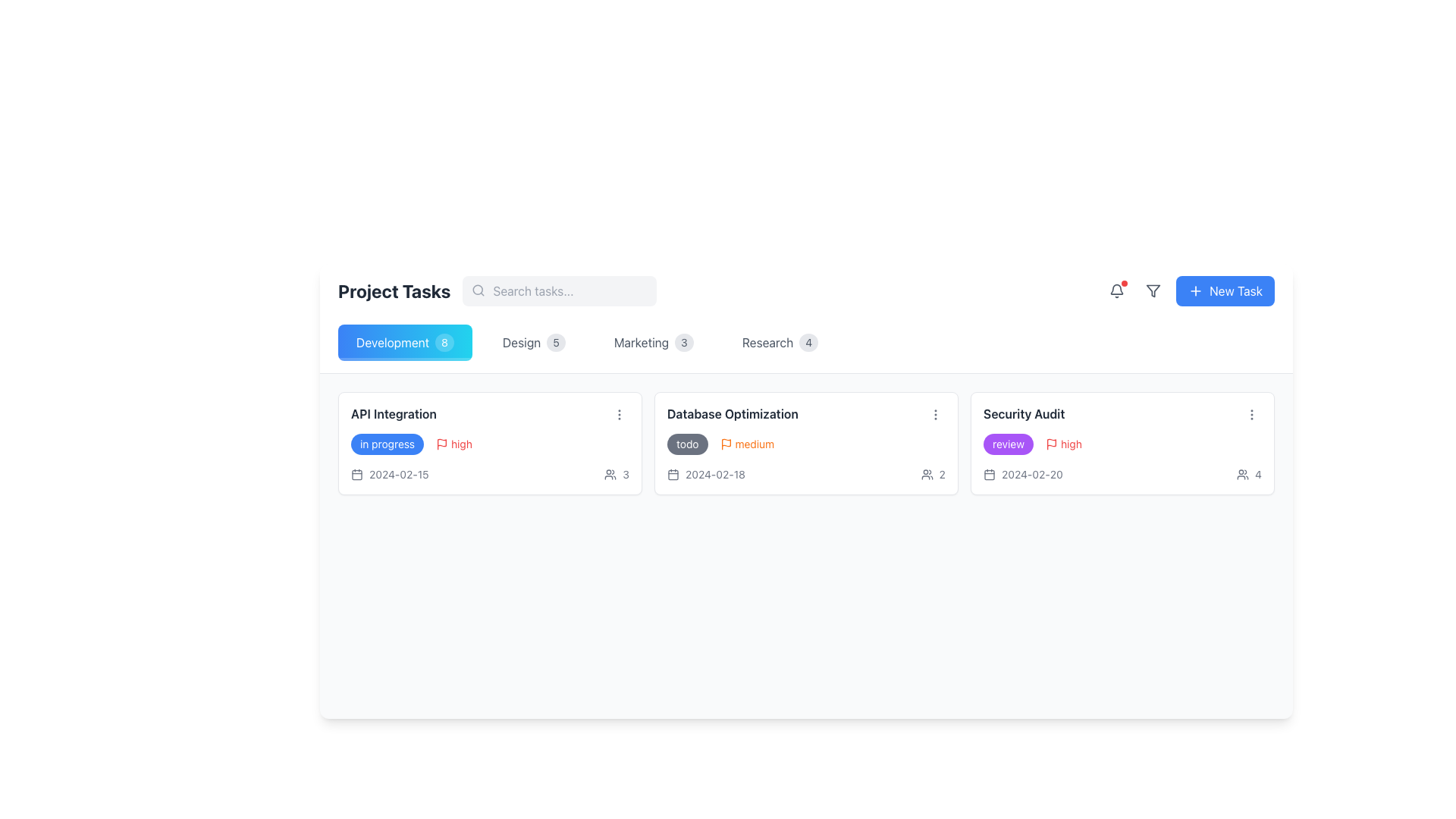  Describe the element at coordinates (780, 342) in the screenshot. I see `the 'Research' button, which is the fourth button in a horizontal group` at that location.